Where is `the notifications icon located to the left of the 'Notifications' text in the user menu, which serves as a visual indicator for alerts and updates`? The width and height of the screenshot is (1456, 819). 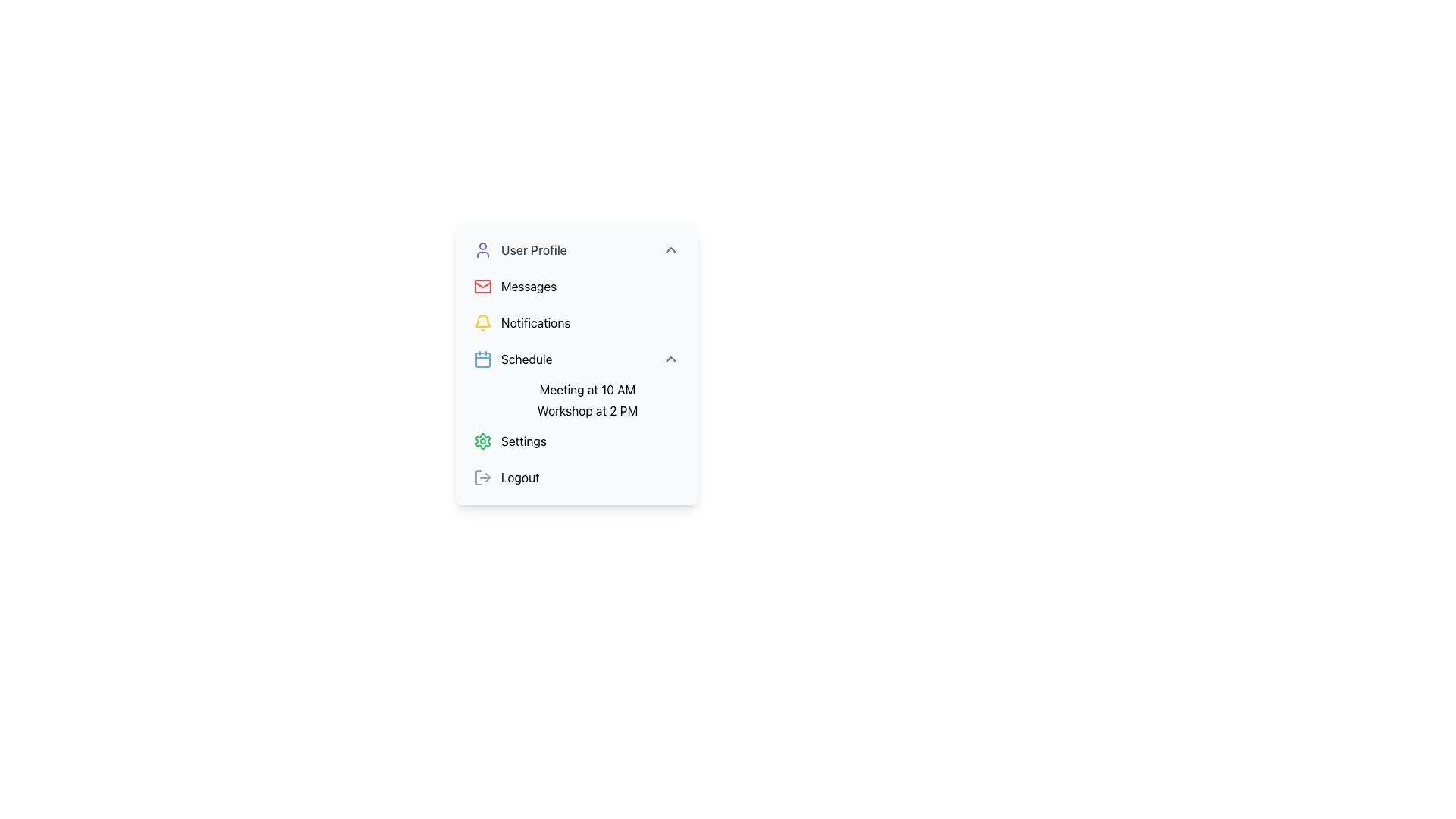 the notifications icon located to the left of the 'Notifications' text in the user menu, which serves as a visual indicator for alerts and updates is located at coordinates (482, 322).